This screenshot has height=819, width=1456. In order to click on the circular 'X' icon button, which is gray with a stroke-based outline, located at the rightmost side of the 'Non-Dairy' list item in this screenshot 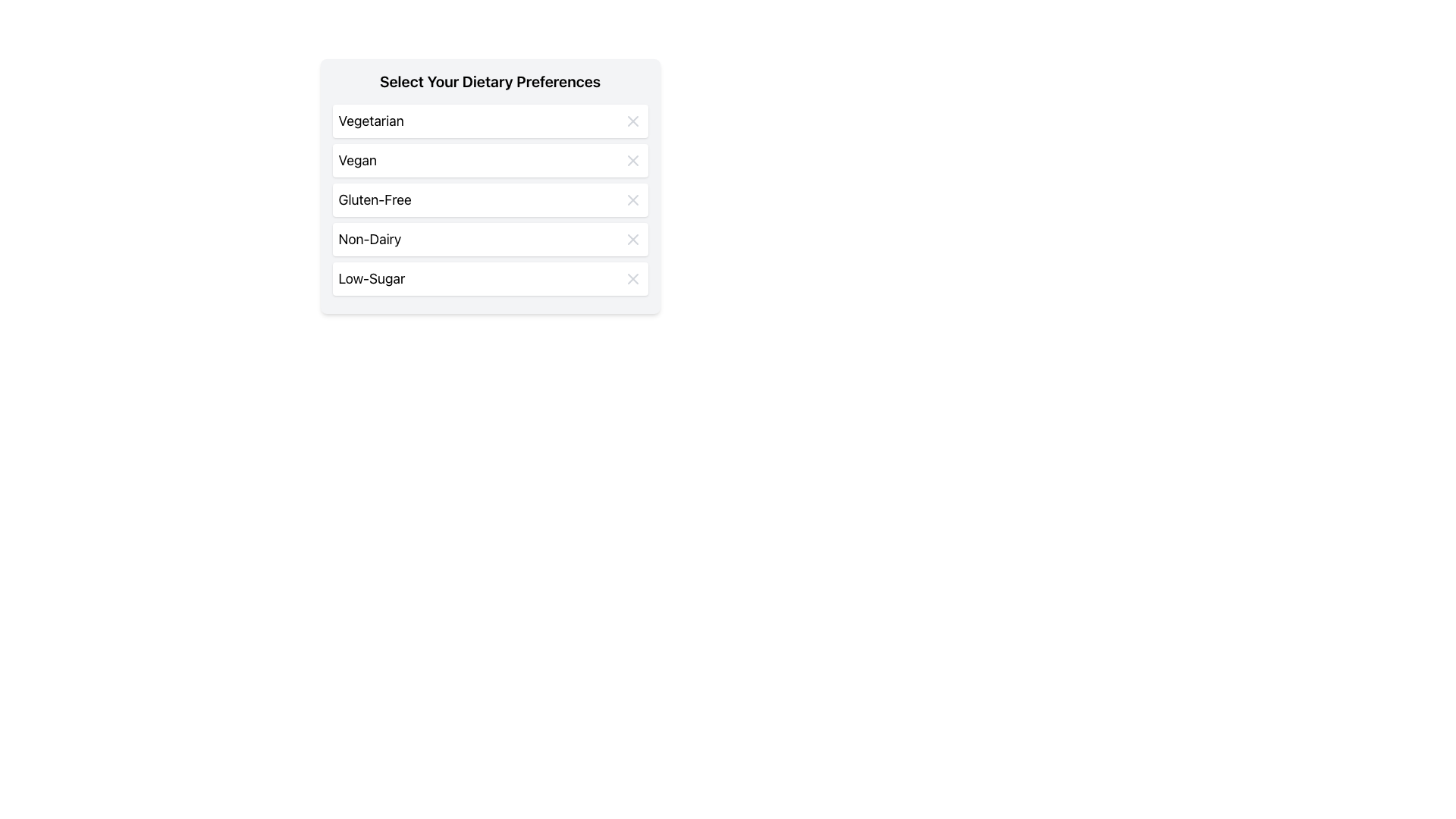, I will do `click(632, 239)`.